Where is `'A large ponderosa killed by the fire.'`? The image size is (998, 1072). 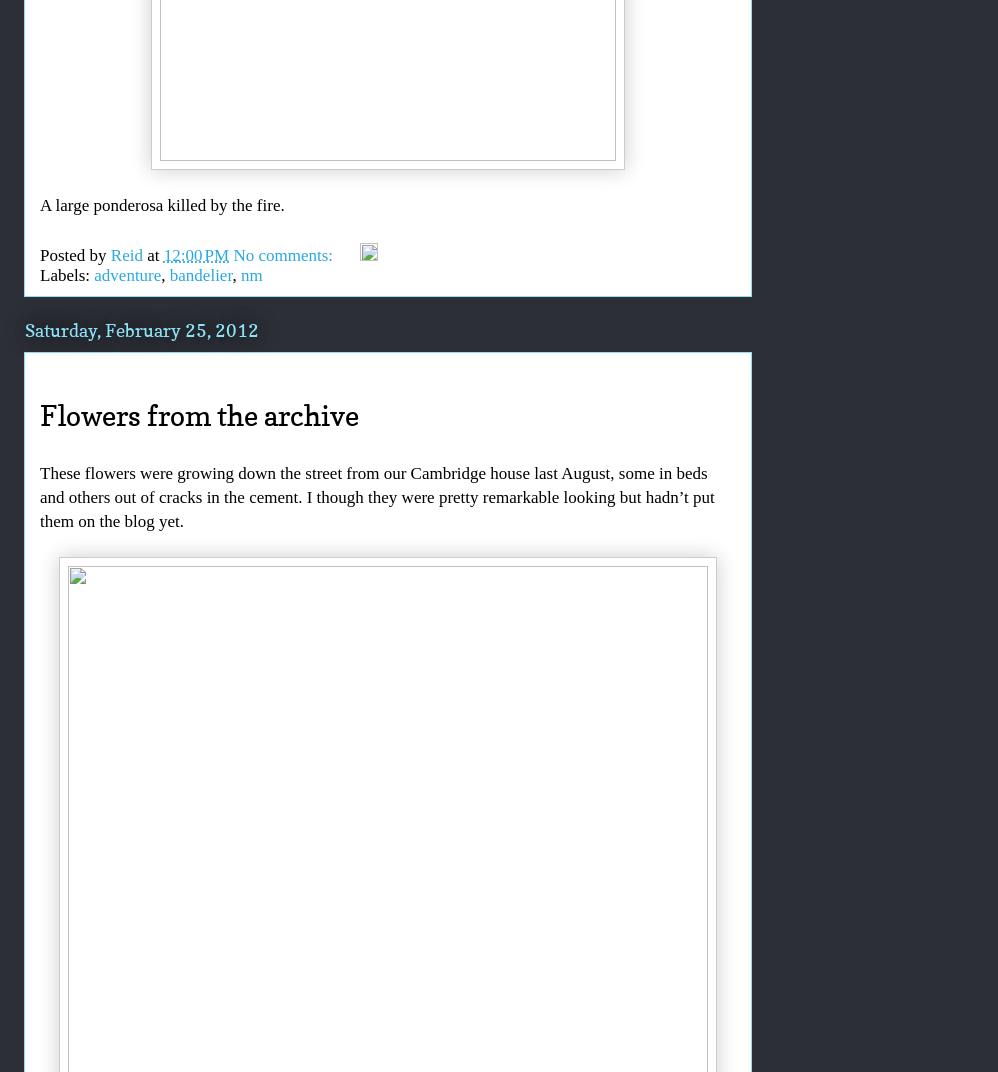
'A large ponderosa killed by the fire.' is located at coordinates (160, 204).